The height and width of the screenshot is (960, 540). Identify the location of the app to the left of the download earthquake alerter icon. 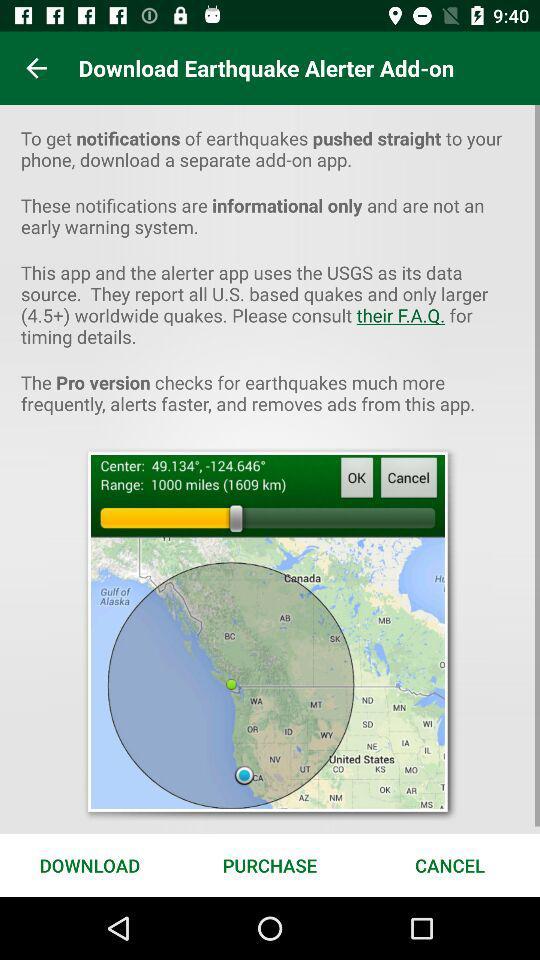
(36, 68).